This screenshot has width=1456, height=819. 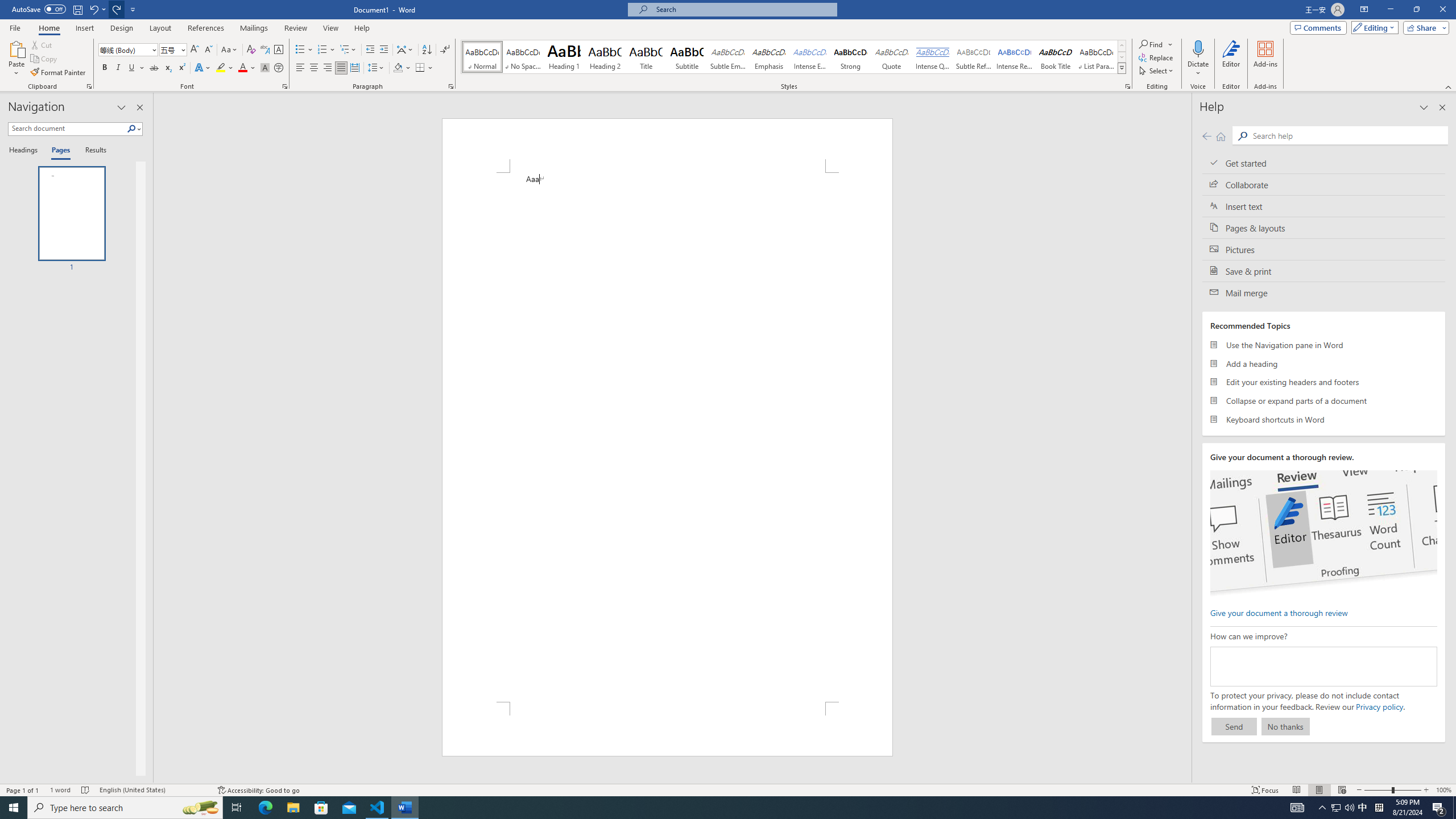 What do you see at coordinates (313, 67) in the screenshot?
I see `'Center'` at bounding box center [313, 67].